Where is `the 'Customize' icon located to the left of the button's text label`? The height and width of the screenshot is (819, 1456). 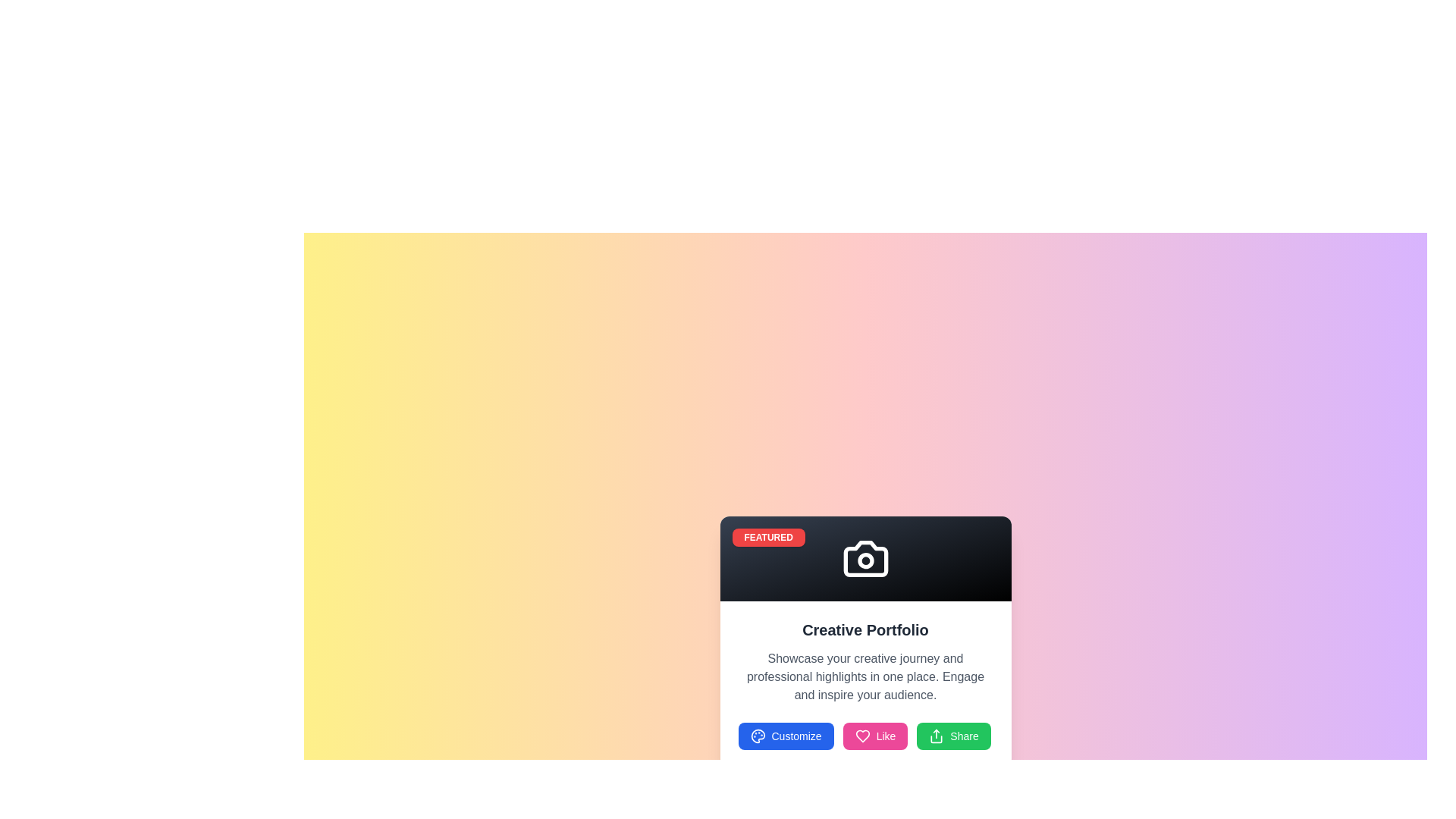 the 'Customize' icon located to the left of the button's text label is located at coordinates (758, 736).